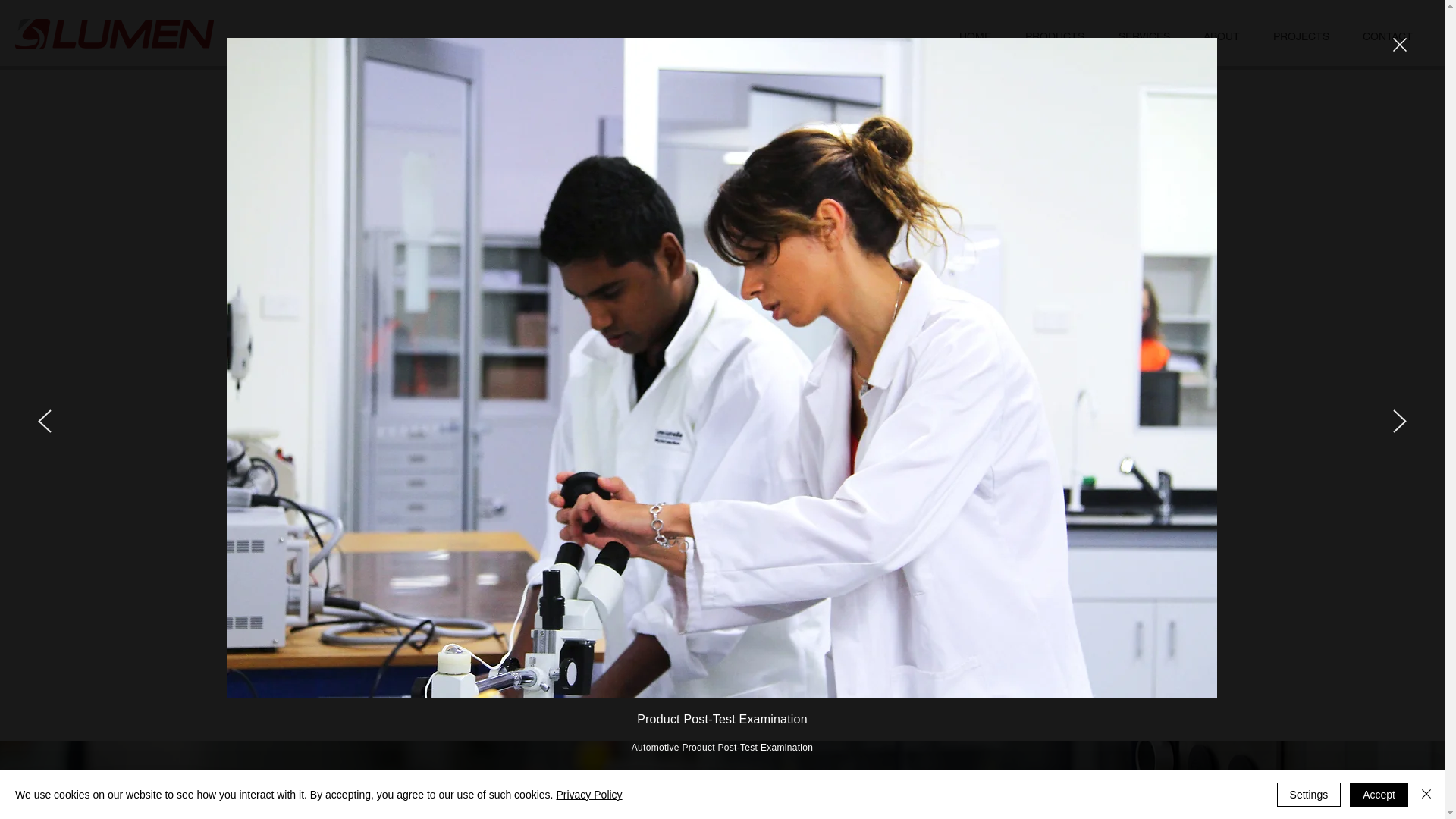  Describe the element at coordinates (1222, 36) in the screenshot. I see `'ABOUT'` at that location.